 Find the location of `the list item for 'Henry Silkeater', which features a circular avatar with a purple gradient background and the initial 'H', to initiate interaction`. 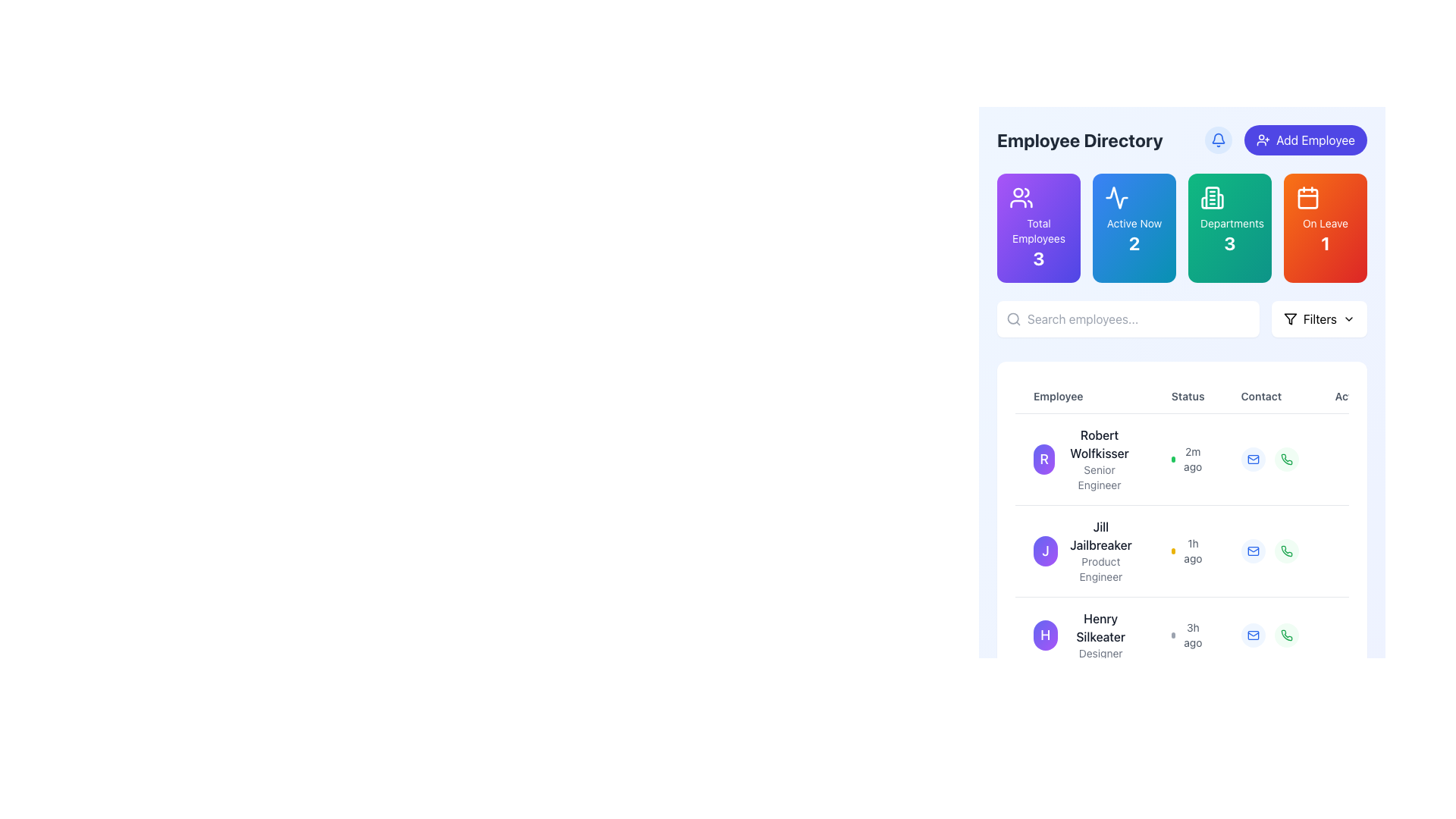

the list item for 'Henry Silkeater', which features a circular avatar with a purple gradient background and the initial 'H', to initiate interaction is located at coordinates (1083, 635).